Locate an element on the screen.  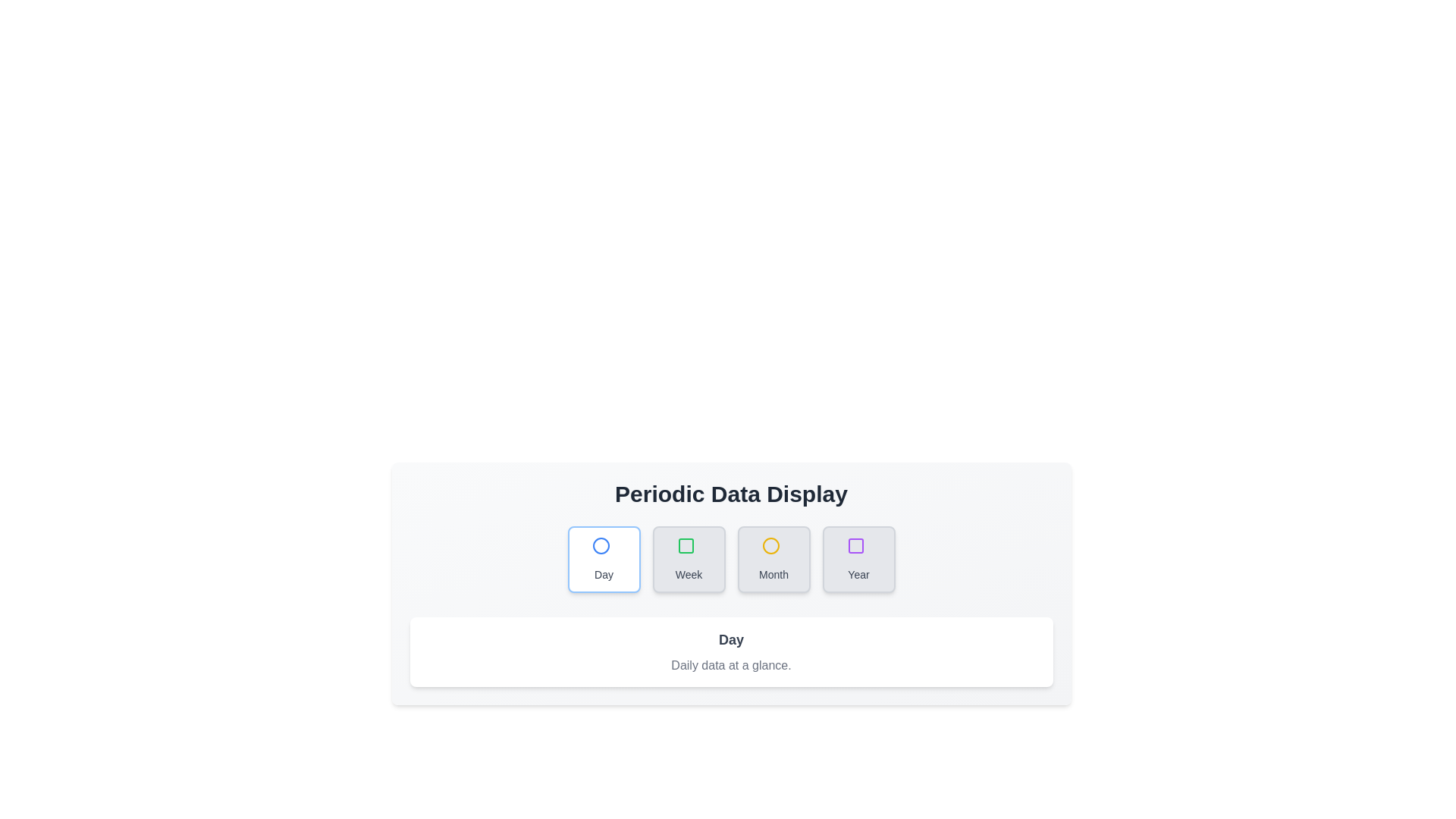
the 'Month' text label inside the button, which is part of a horizontal group of buttons including 'Day', 'Week', and 'Year' is located at coordinates (773, 575).